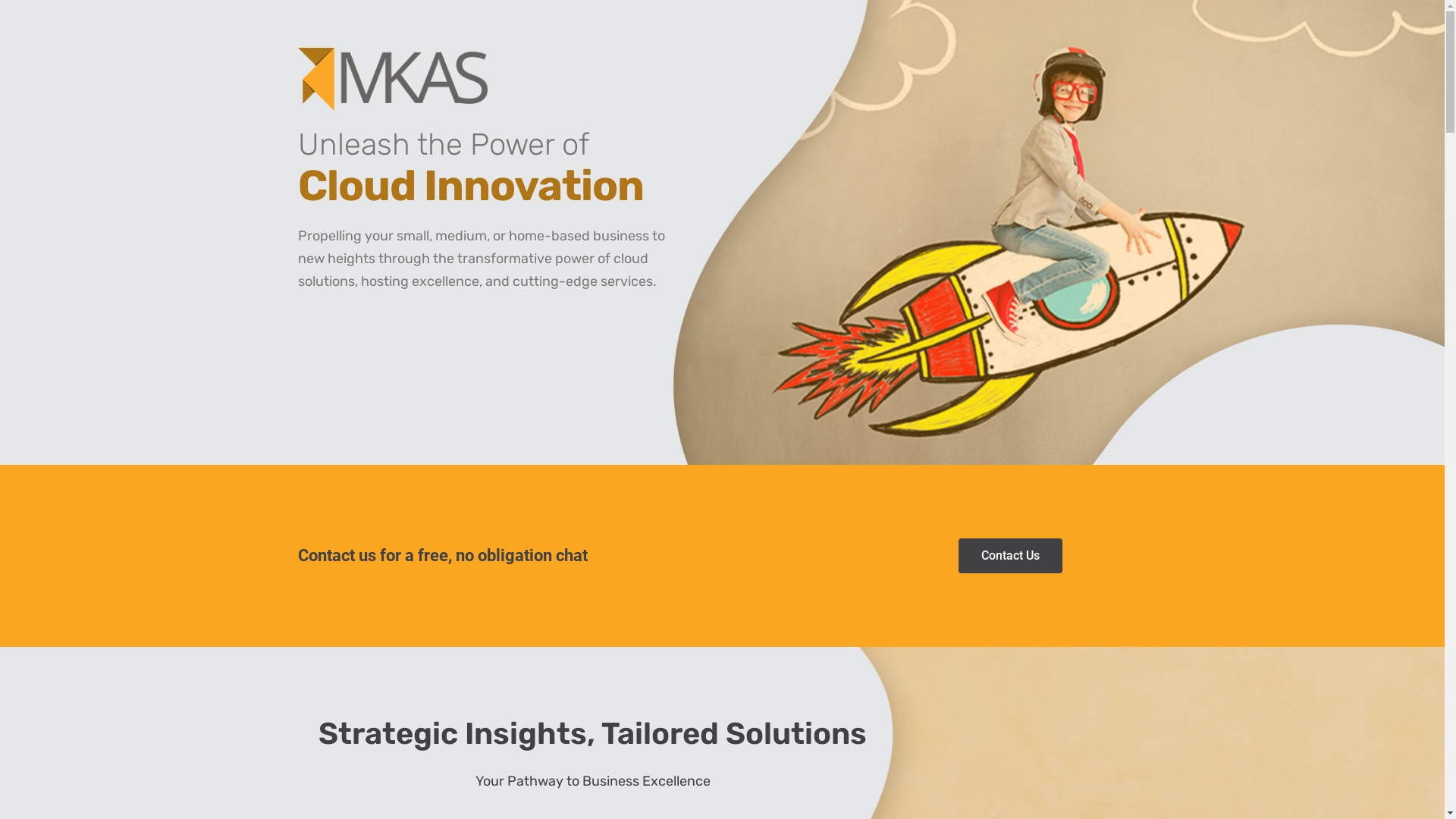 The height and width of the screenshot is (819, 1456). What do you see at coordinates (957, 555) in the screenshot?
I see `'Contact Us'` at bounding box center [957, 555].